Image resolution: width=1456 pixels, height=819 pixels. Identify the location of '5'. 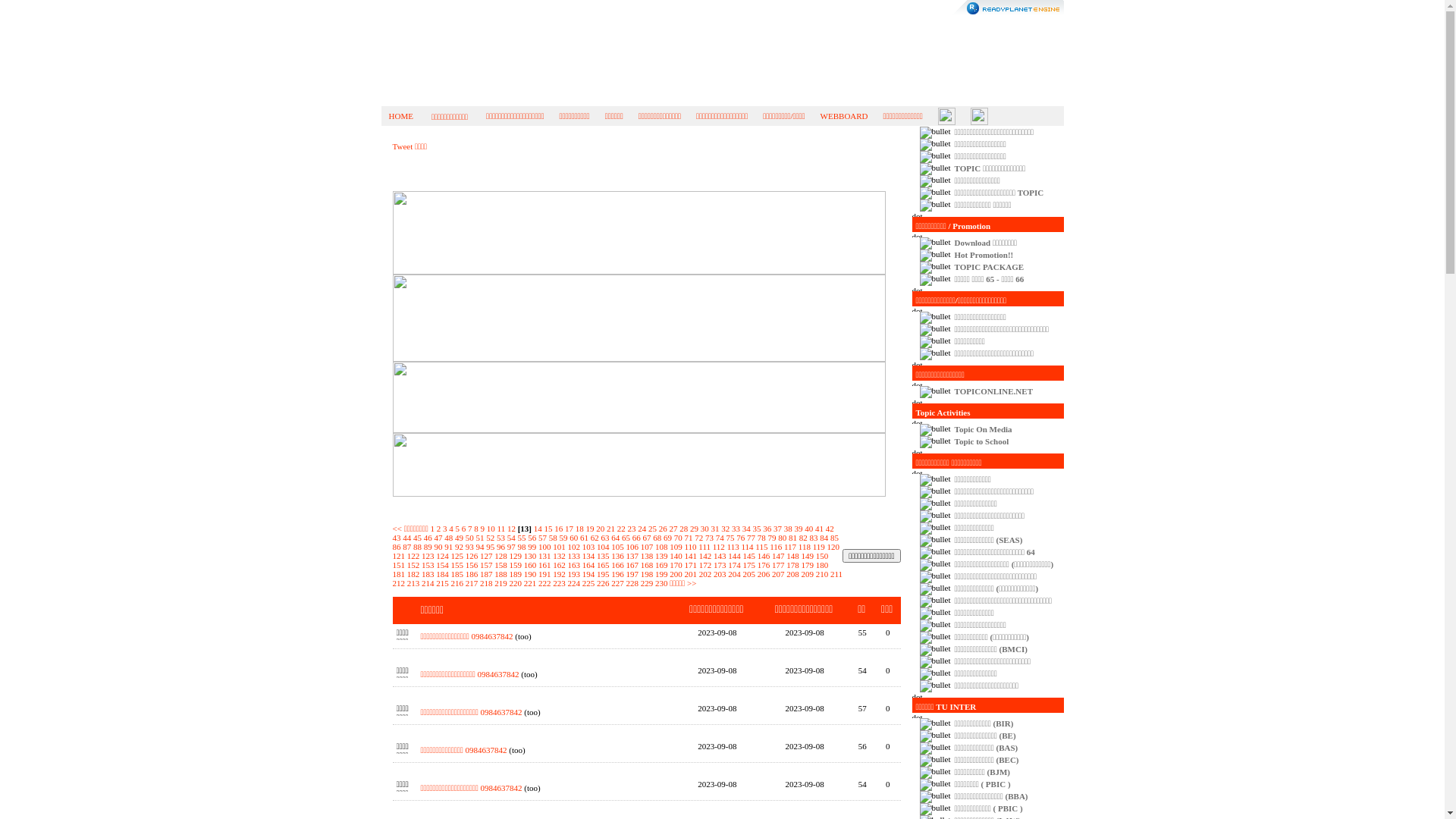
(457, 528).